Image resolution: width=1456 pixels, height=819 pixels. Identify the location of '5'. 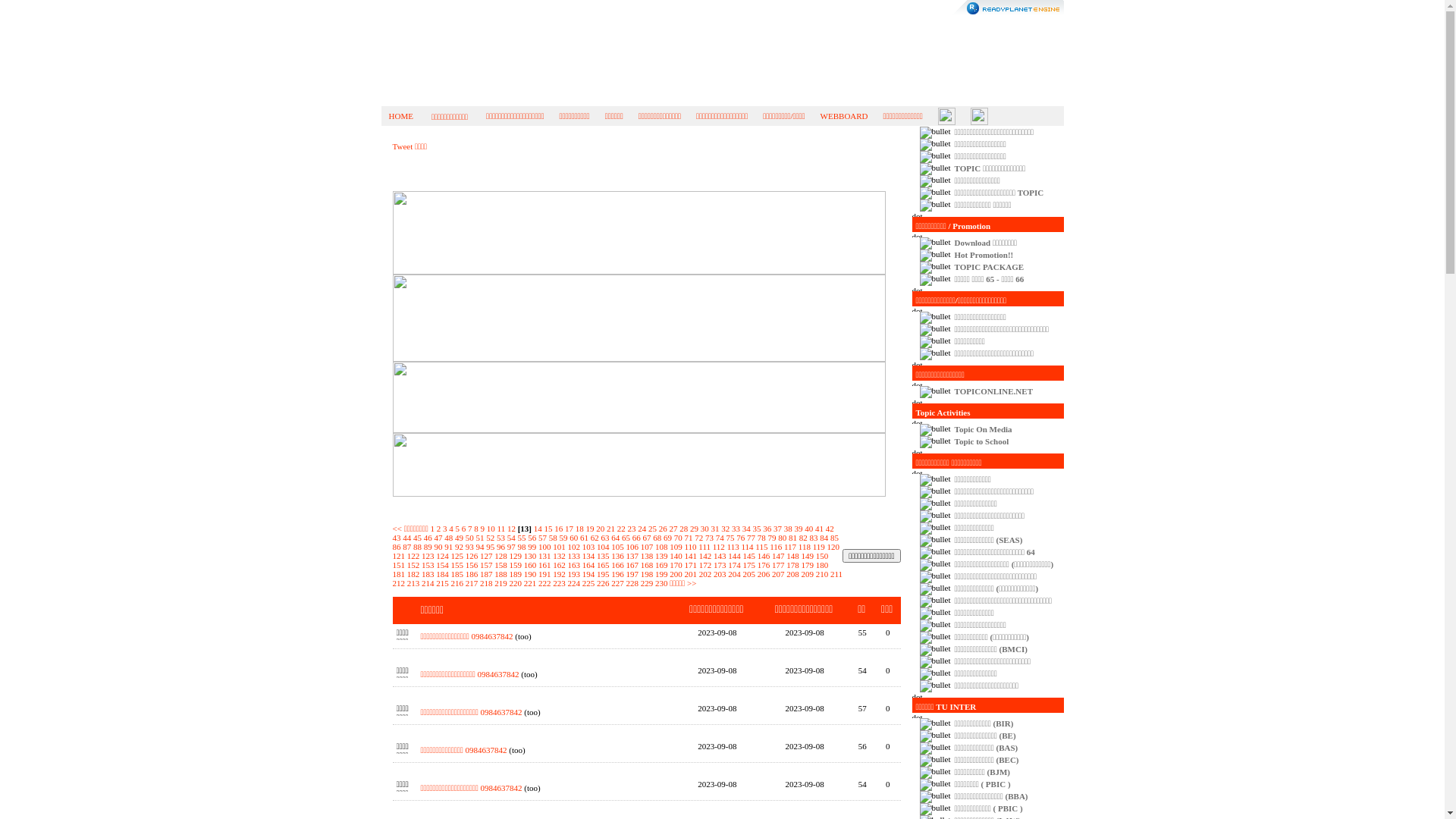
(457, 528).